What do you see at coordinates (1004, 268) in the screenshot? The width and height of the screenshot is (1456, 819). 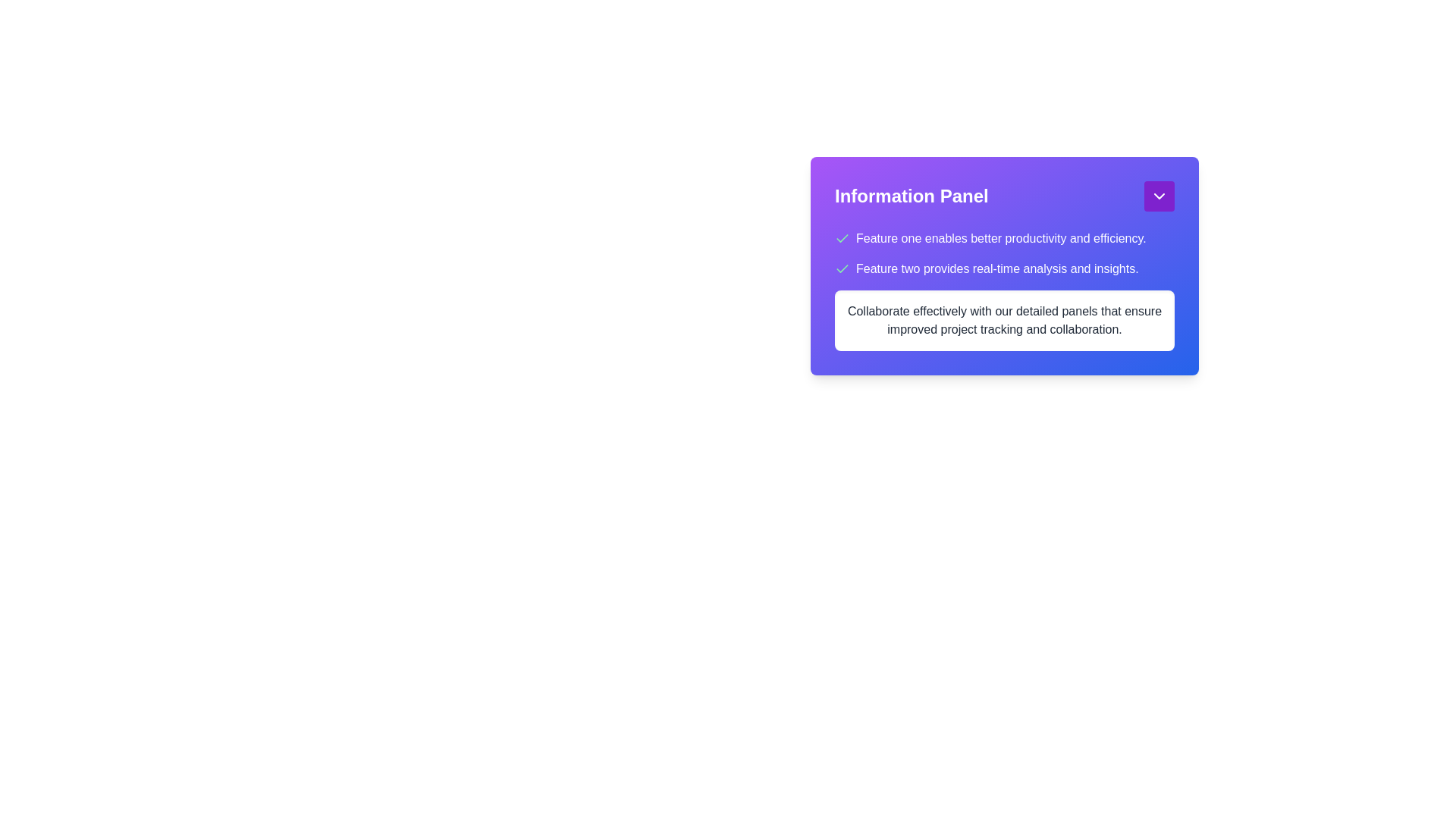 I see `the text description with icon that reads 'Feature two provides real-time analysis and insights.' which has a green checkmark icon and is styled in white against a purple background` at bounding box center [1004, 268].